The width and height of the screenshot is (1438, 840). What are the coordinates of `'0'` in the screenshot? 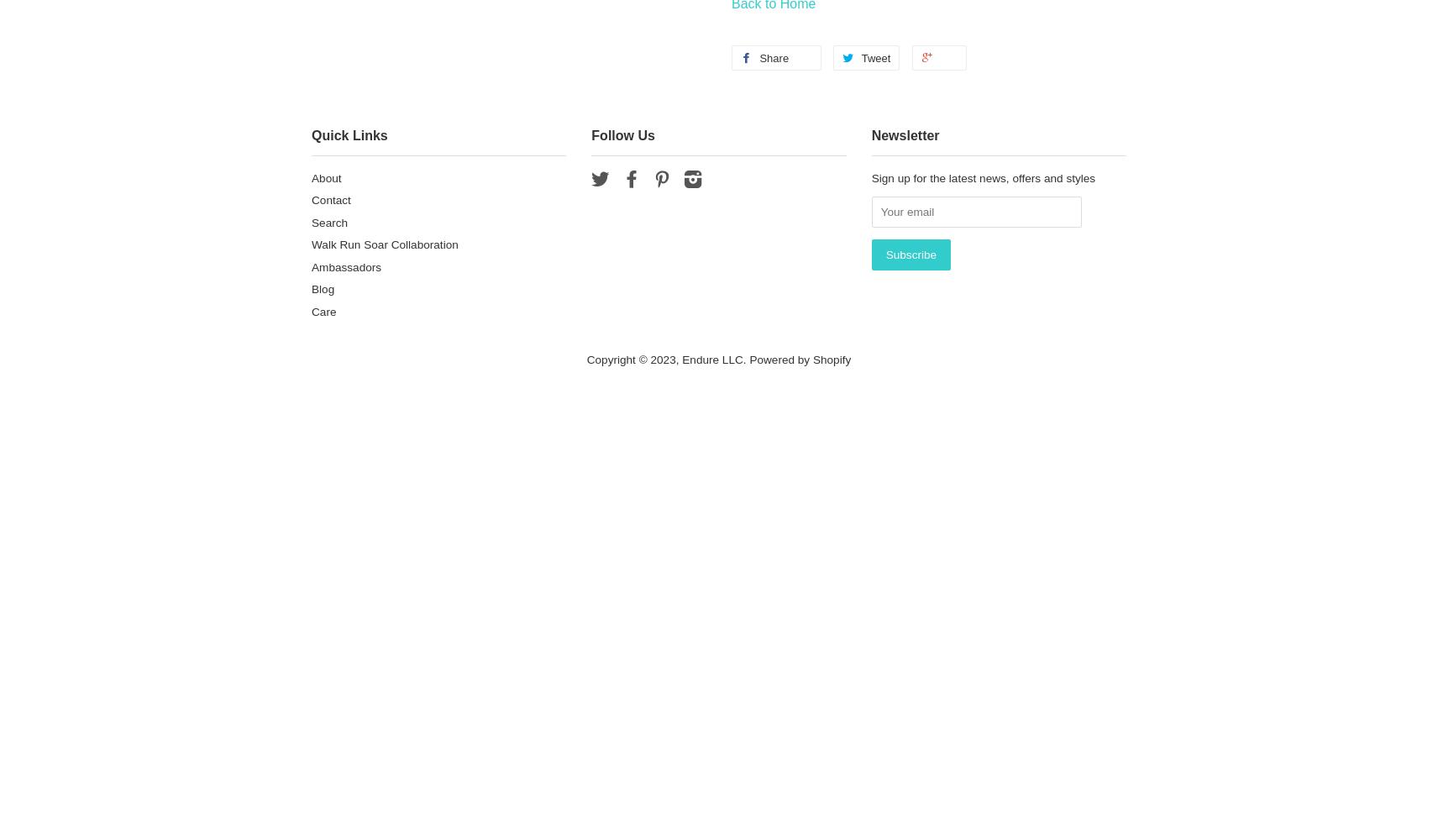 It's located at (810, 57).